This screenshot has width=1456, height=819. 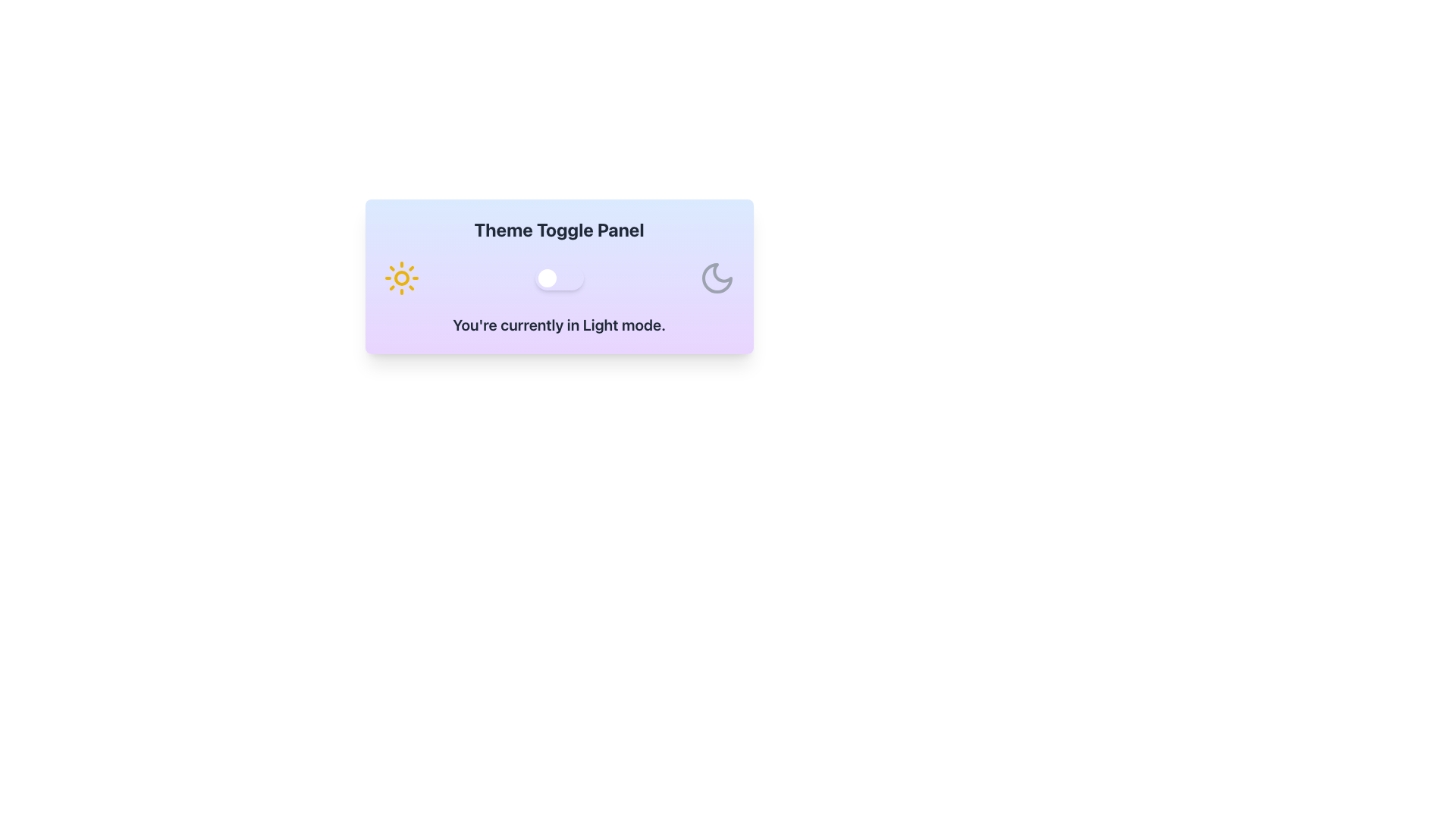 I want to click on the decorative yellow circle located at the center of the sun icon within the toggle panel UI, so click(x=401, y=278).